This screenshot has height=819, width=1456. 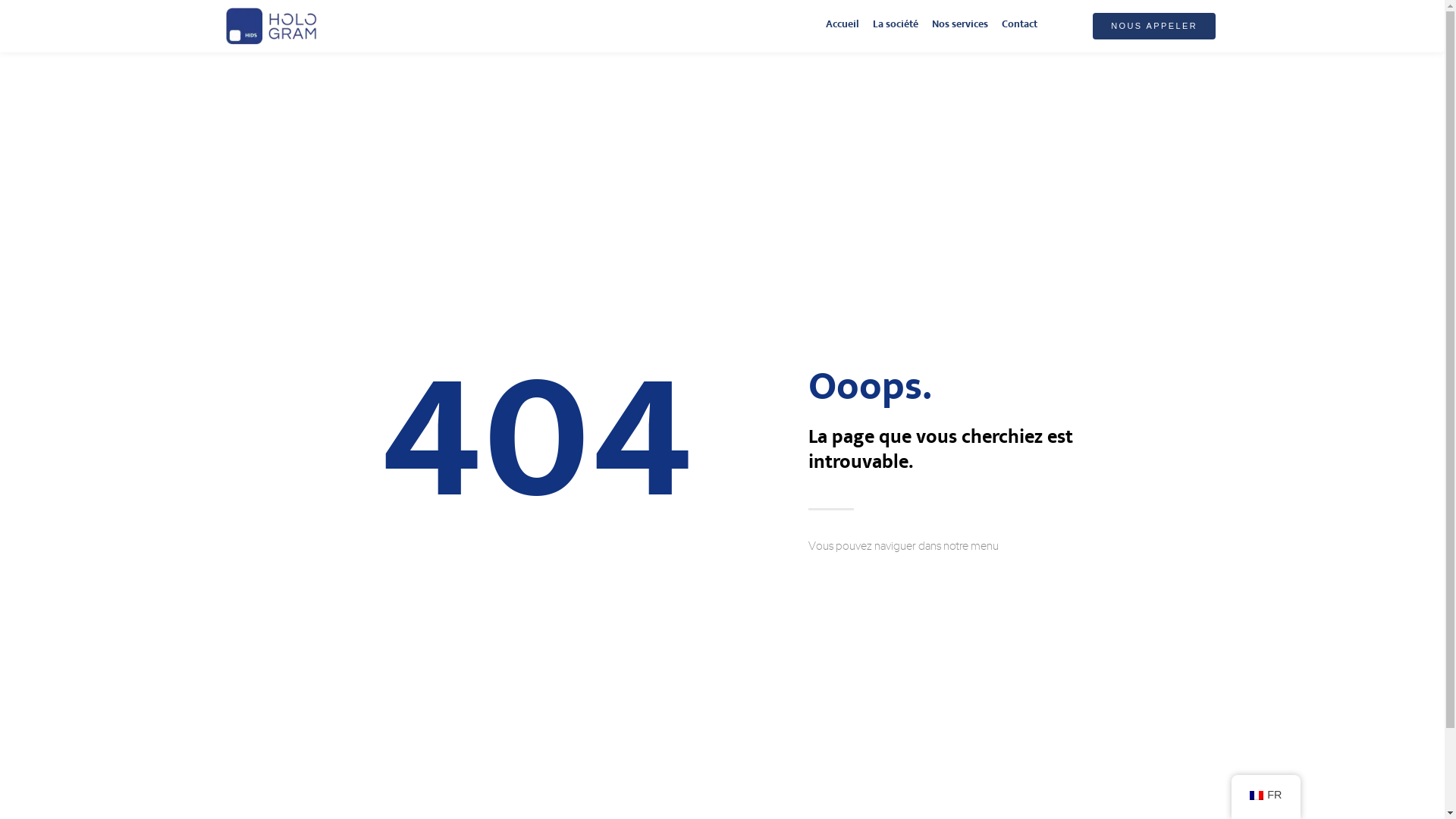 I want to click on 'Contact', so click(x=1019, y=26).